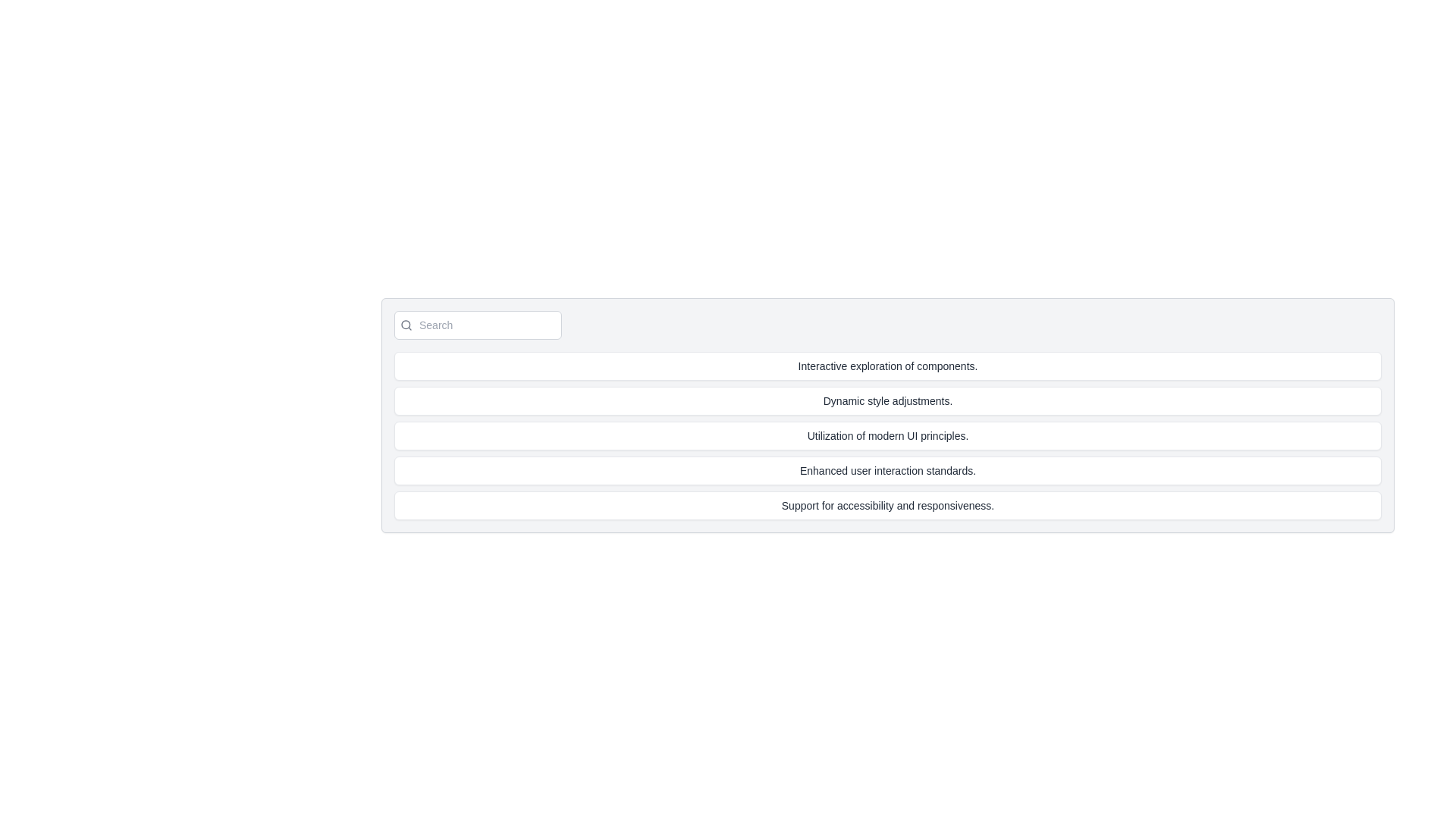  Describe the element at coordinates (964, 470) in the screenshot. I see `the 4th instance of the character 'd' in the text line 'Enhanced user interaction standards.'` at that location.